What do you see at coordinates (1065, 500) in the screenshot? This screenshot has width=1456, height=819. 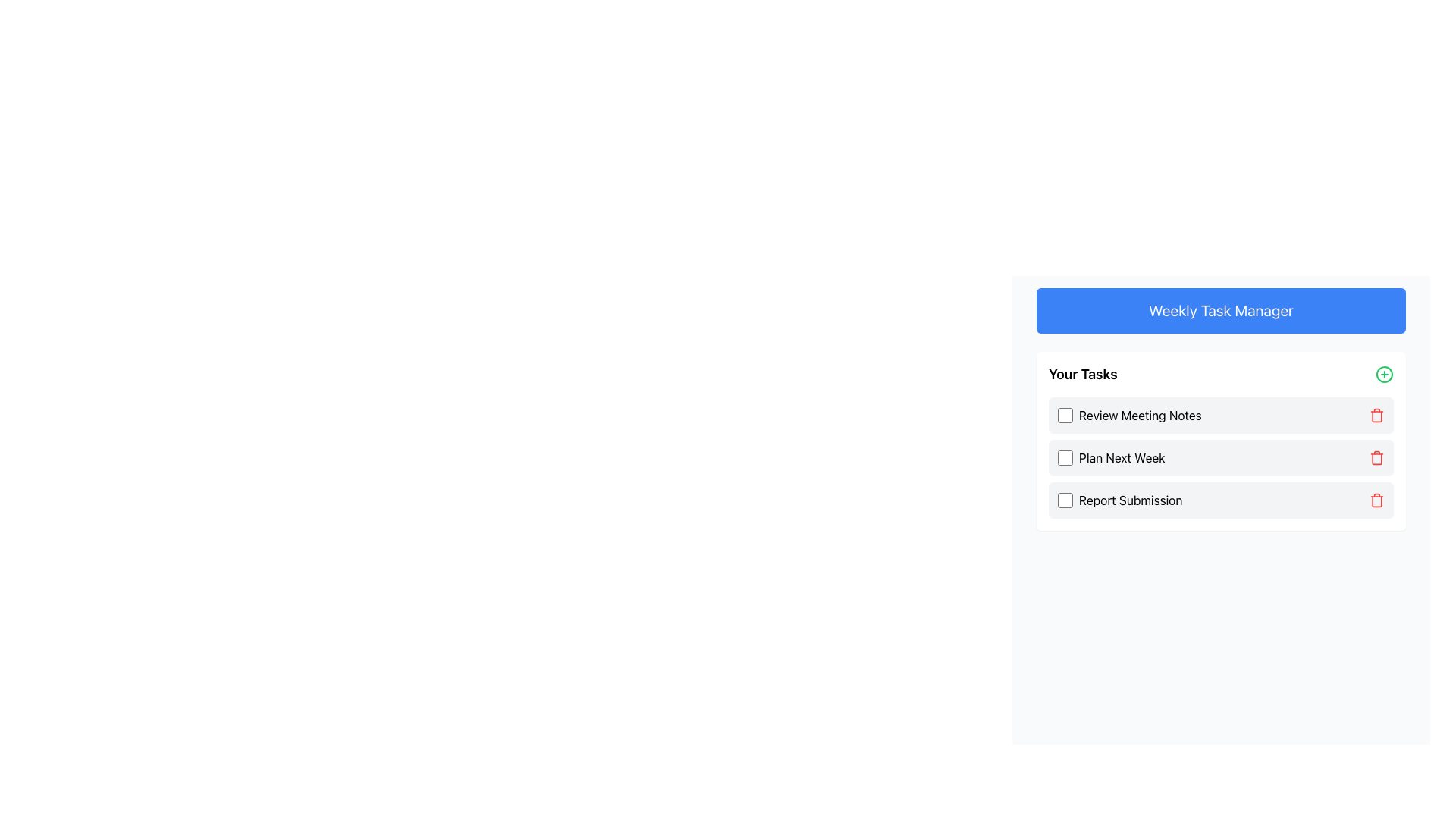 I see `the checkbox with a light gray border and blue highlights, located to the left of the label 'Report Submission' in the task list` at bounding box center [1065, 500].